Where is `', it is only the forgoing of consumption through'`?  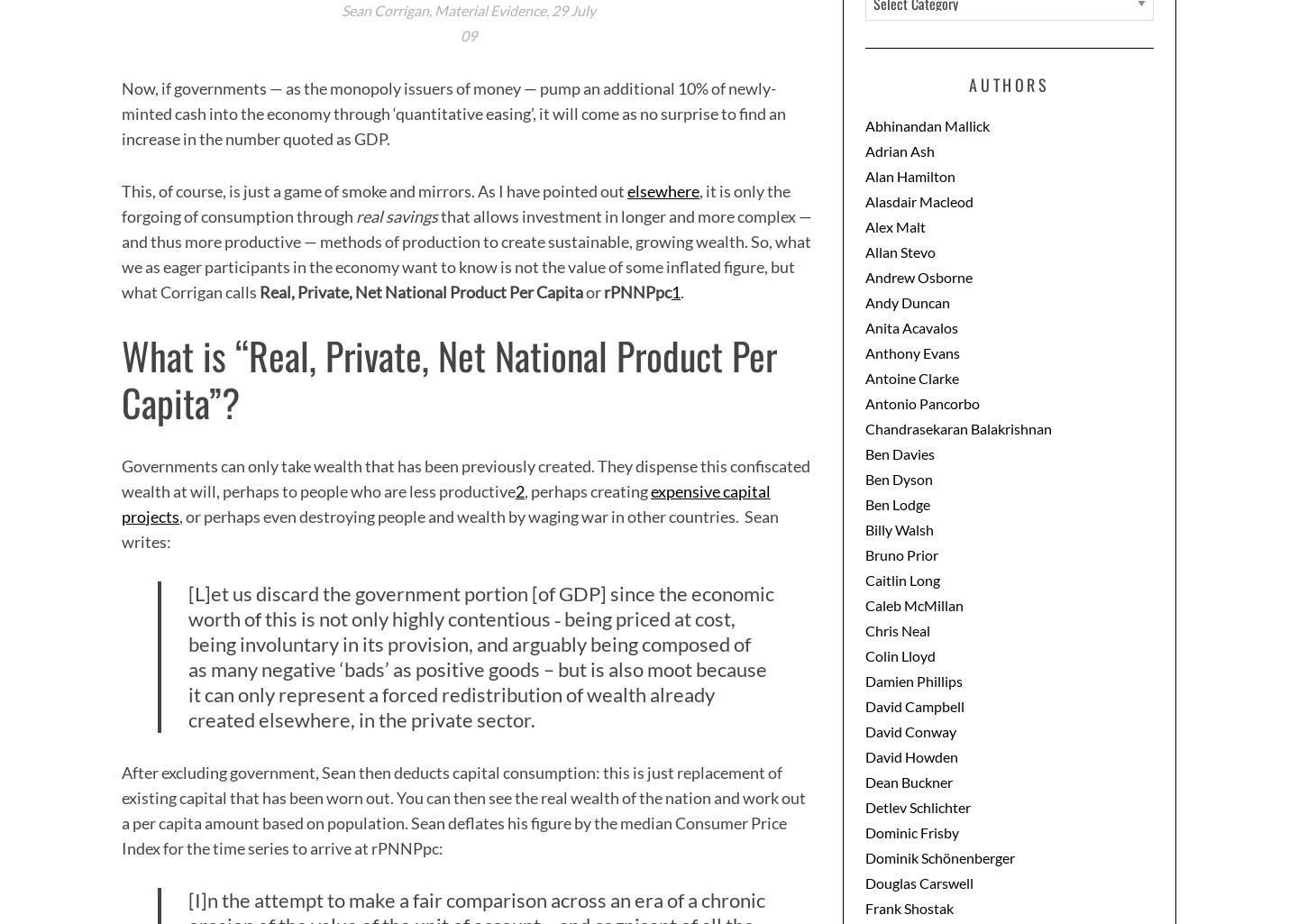 ', it is only the forgoing of consumption through' is located at coordinates (455, 202).